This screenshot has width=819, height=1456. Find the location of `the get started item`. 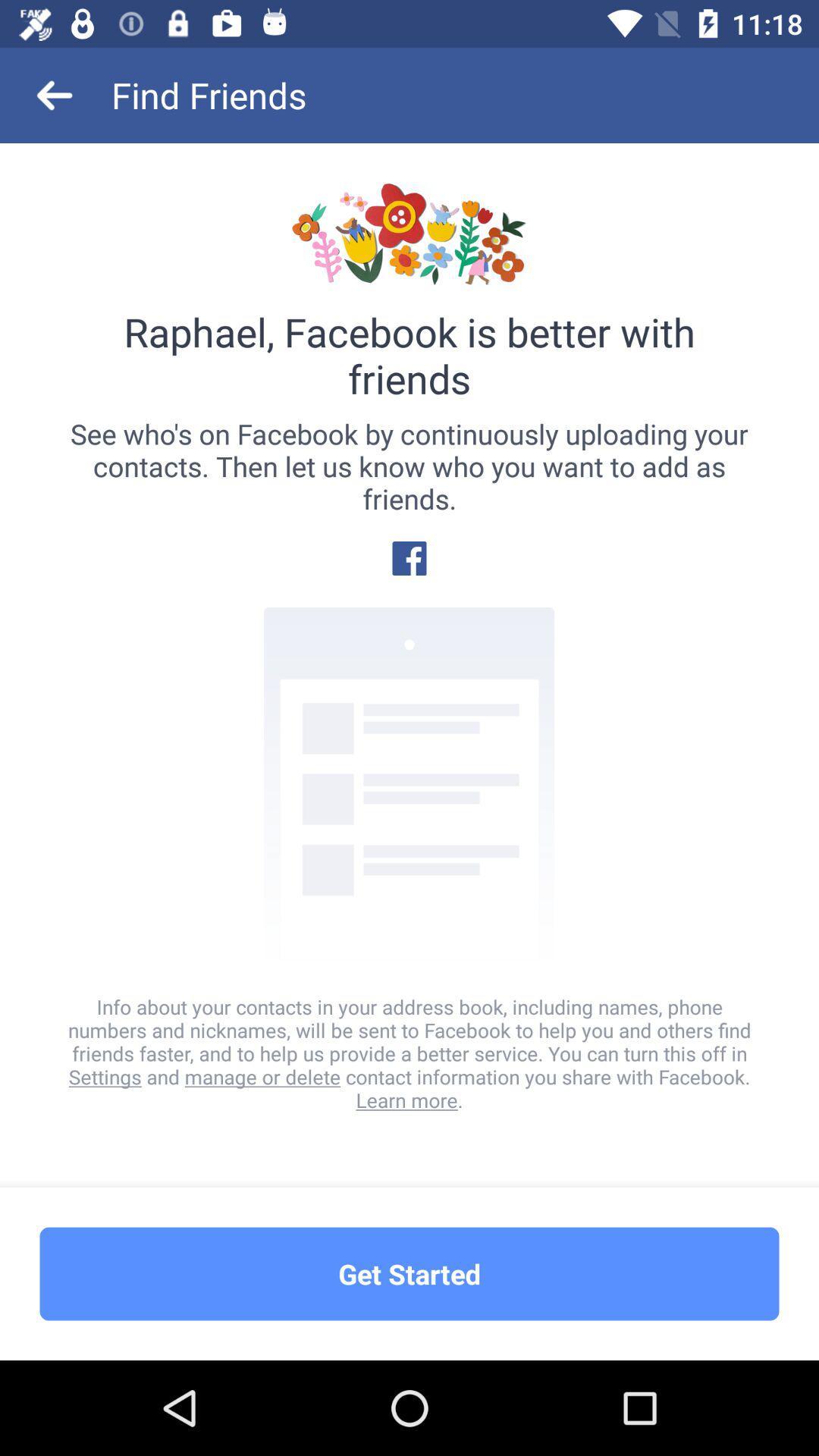

the get started item is located at coordinates (409, 1274).